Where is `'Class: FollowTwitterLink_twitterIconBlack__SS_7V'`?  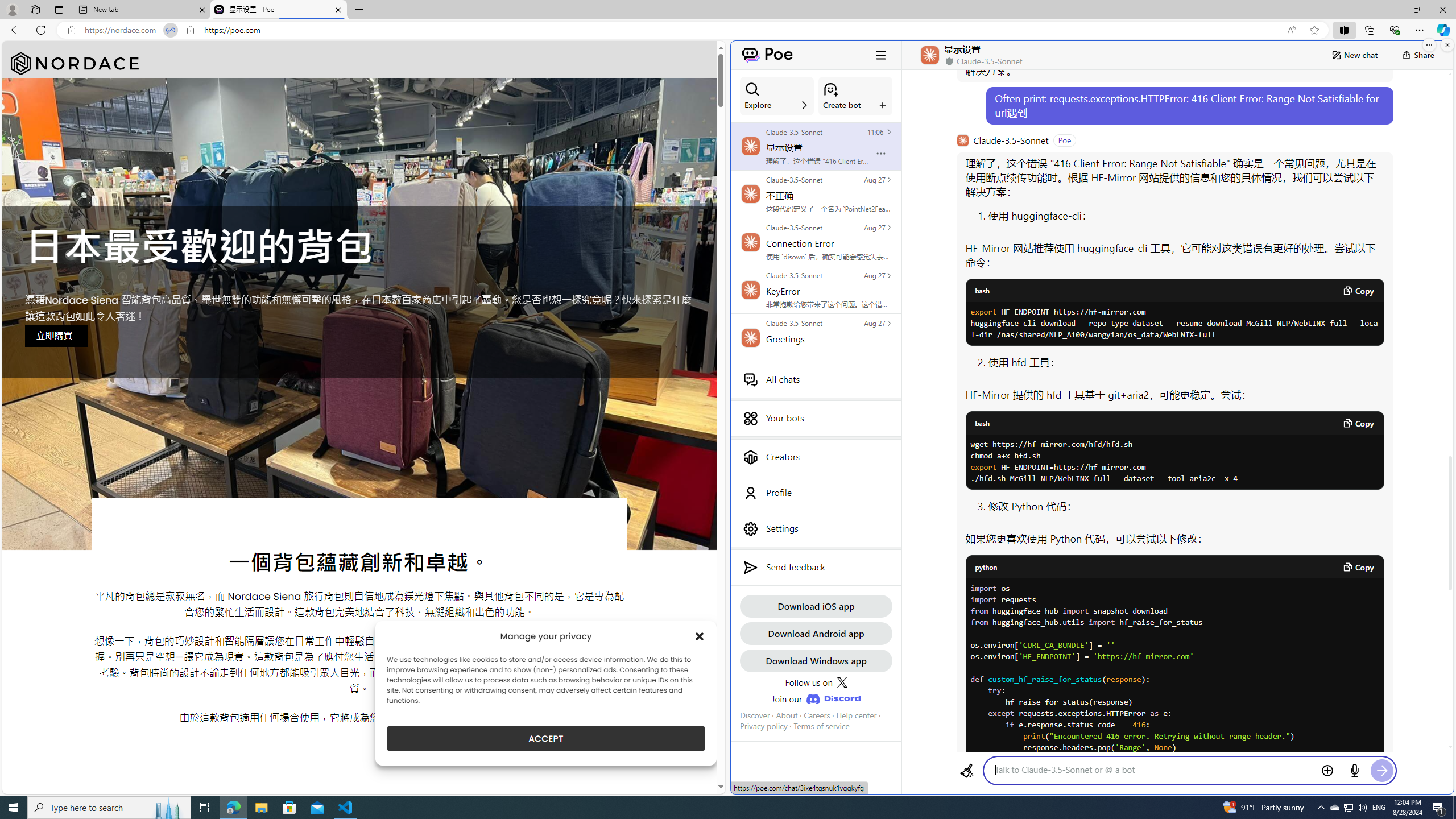
'Class: FollowTwitterLink_twitterIconBlack__SS_7V' is located at coordinates (841, 682).